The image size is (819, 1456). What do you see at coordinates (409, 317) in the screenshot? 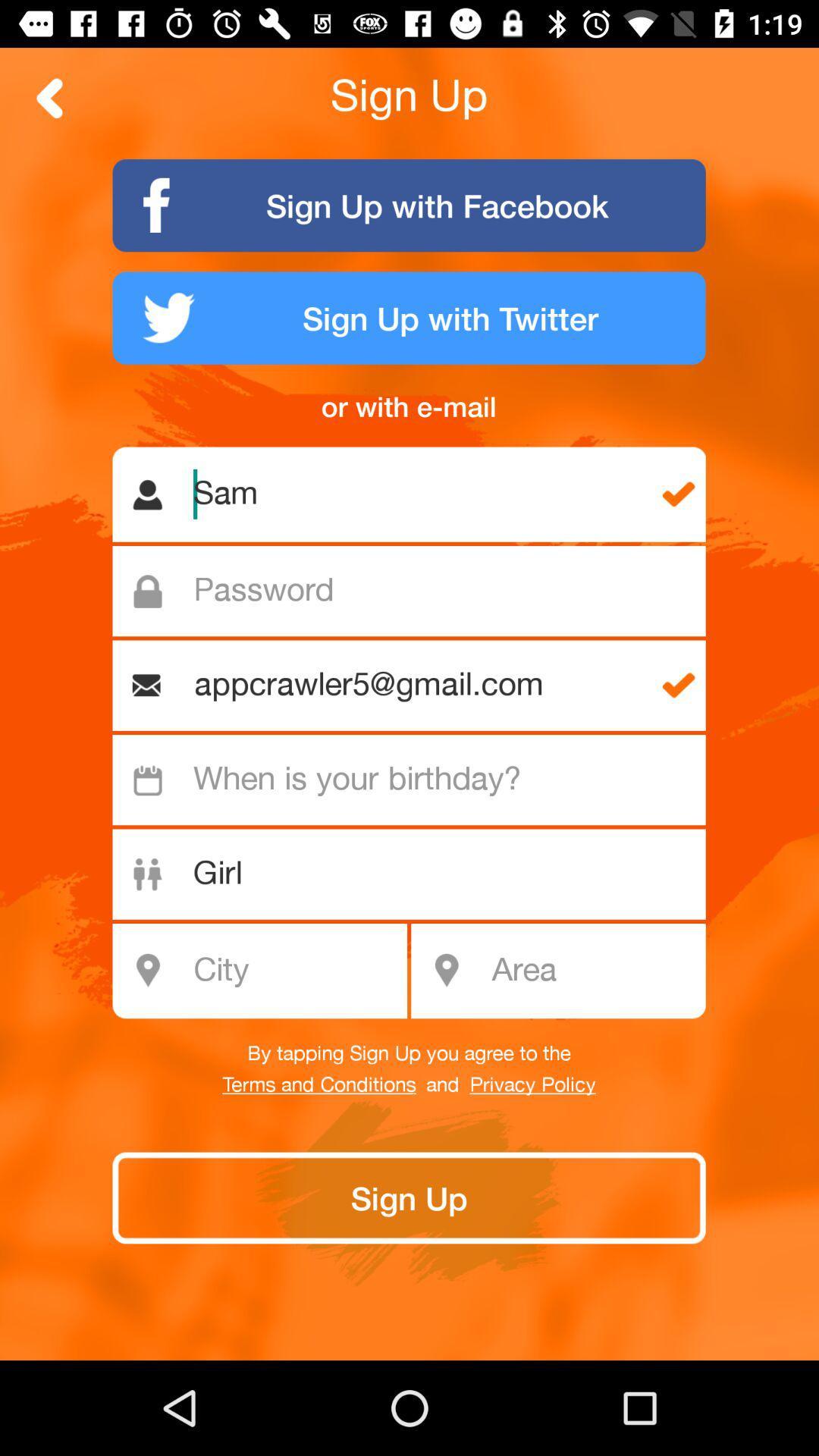
I see `the twitter below facebook` at bounding box center [409, 317].